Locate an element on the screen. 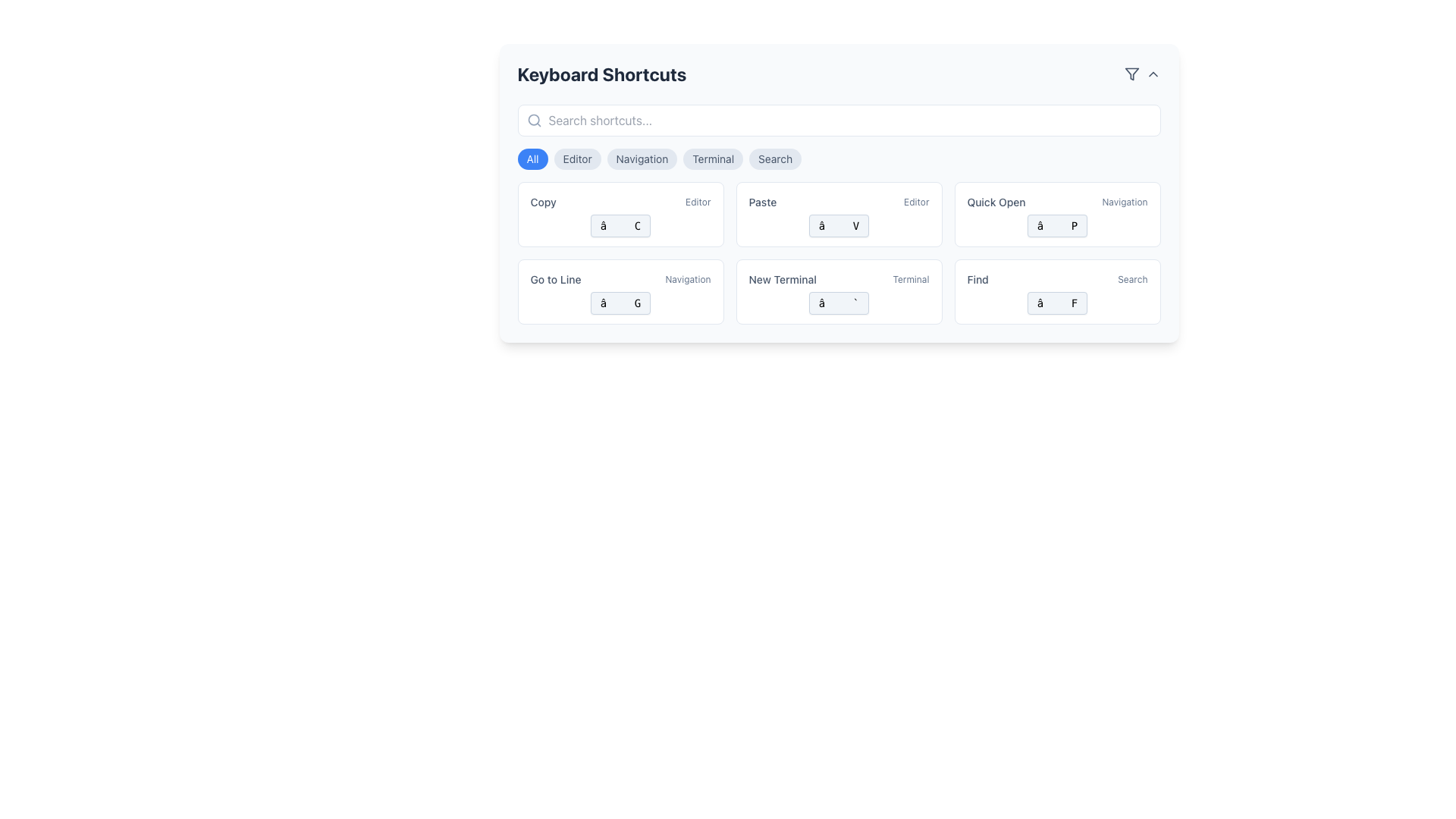 This screenshot has height=819, width=1456. the 'Copy' label, which is styled in a small font with medium weight and a cool slate shade, located prominently within the keyboard shortcuts panel is located at coordinates (543, 201).